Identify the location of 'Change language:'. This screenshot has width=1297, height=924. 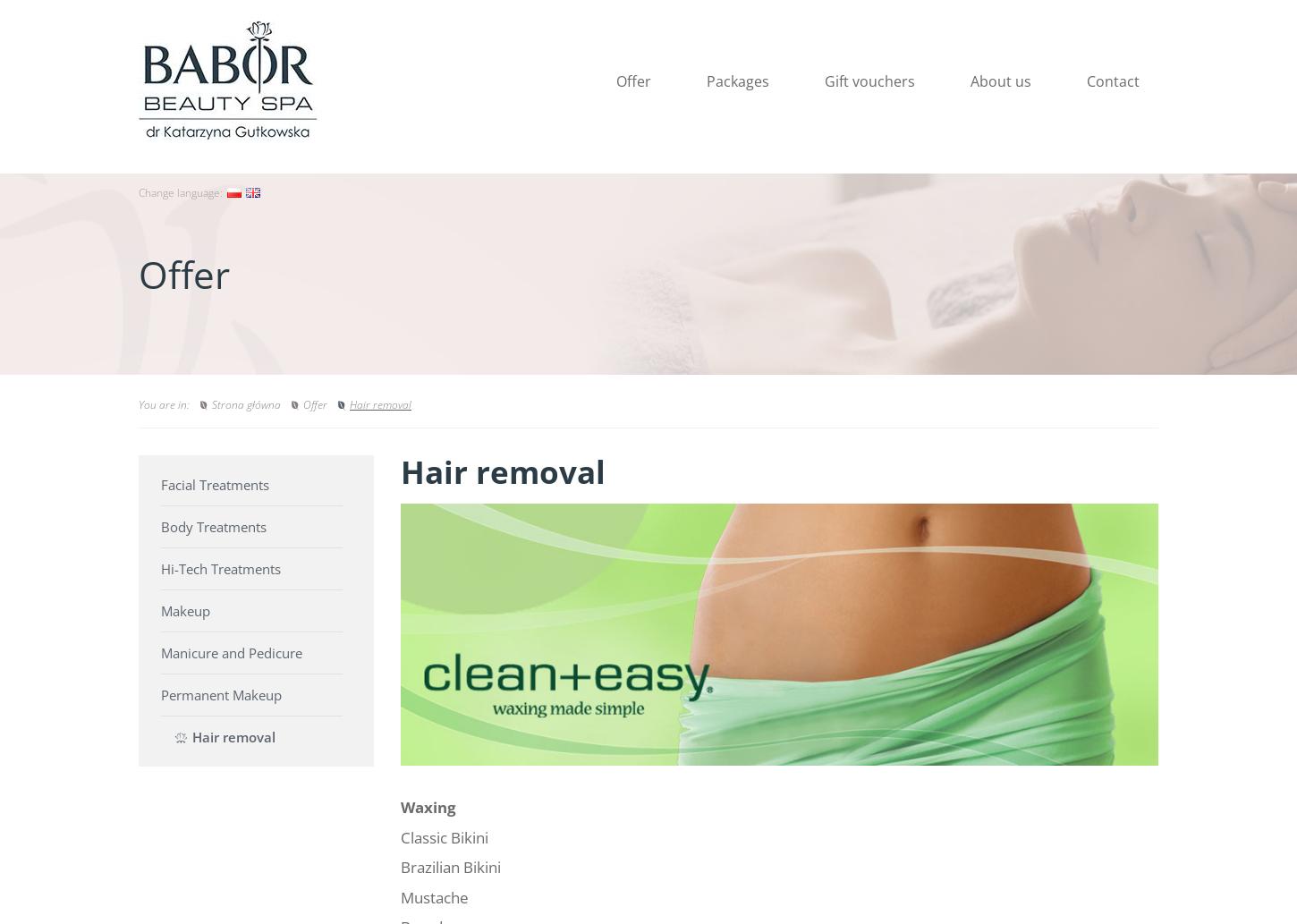
(179, 191).